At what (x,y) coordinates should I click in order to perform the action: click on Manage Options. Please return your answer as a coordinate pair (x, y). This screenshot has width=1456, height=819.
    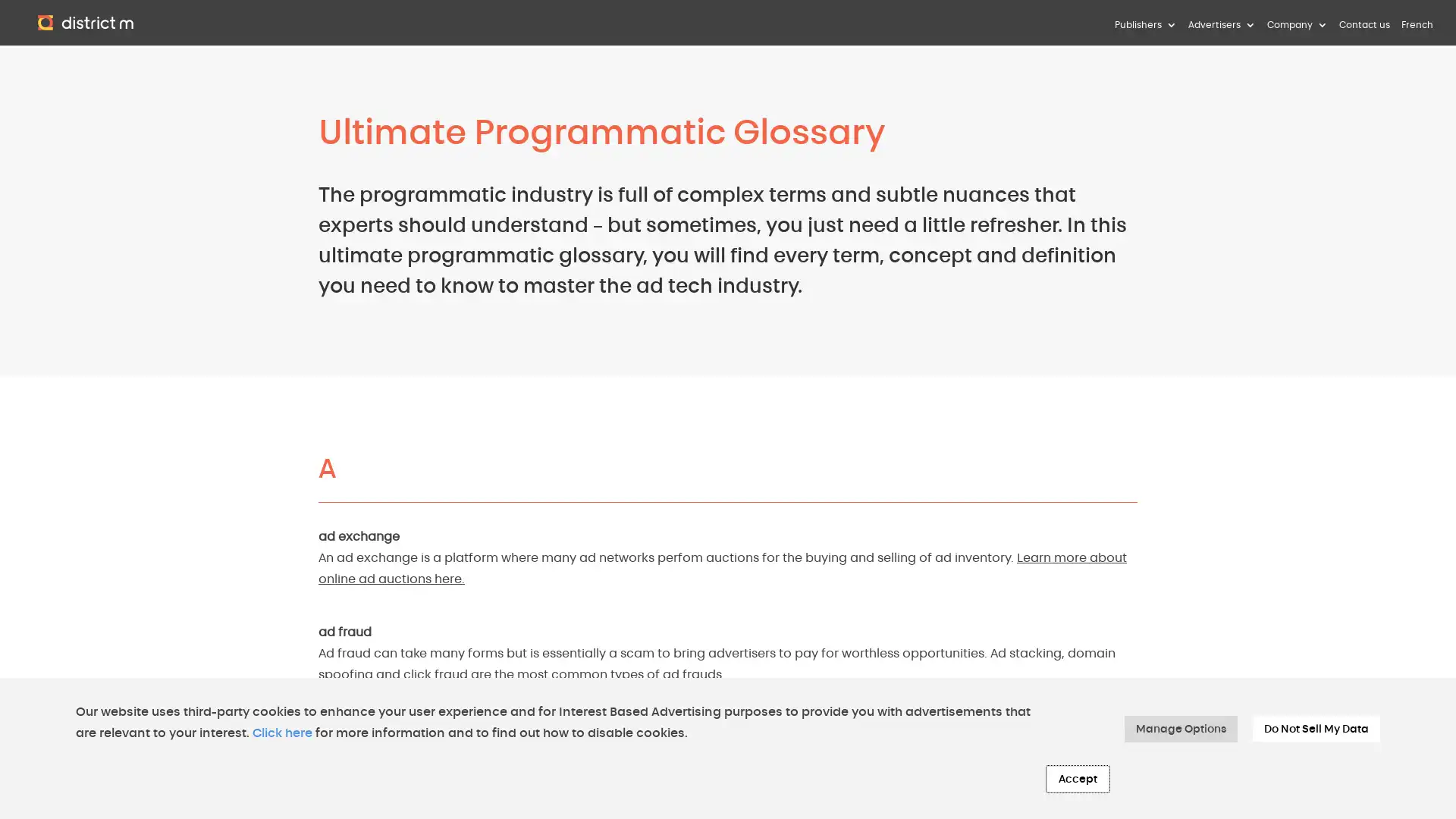
    Looking at the image, I should click on (1180, 728).